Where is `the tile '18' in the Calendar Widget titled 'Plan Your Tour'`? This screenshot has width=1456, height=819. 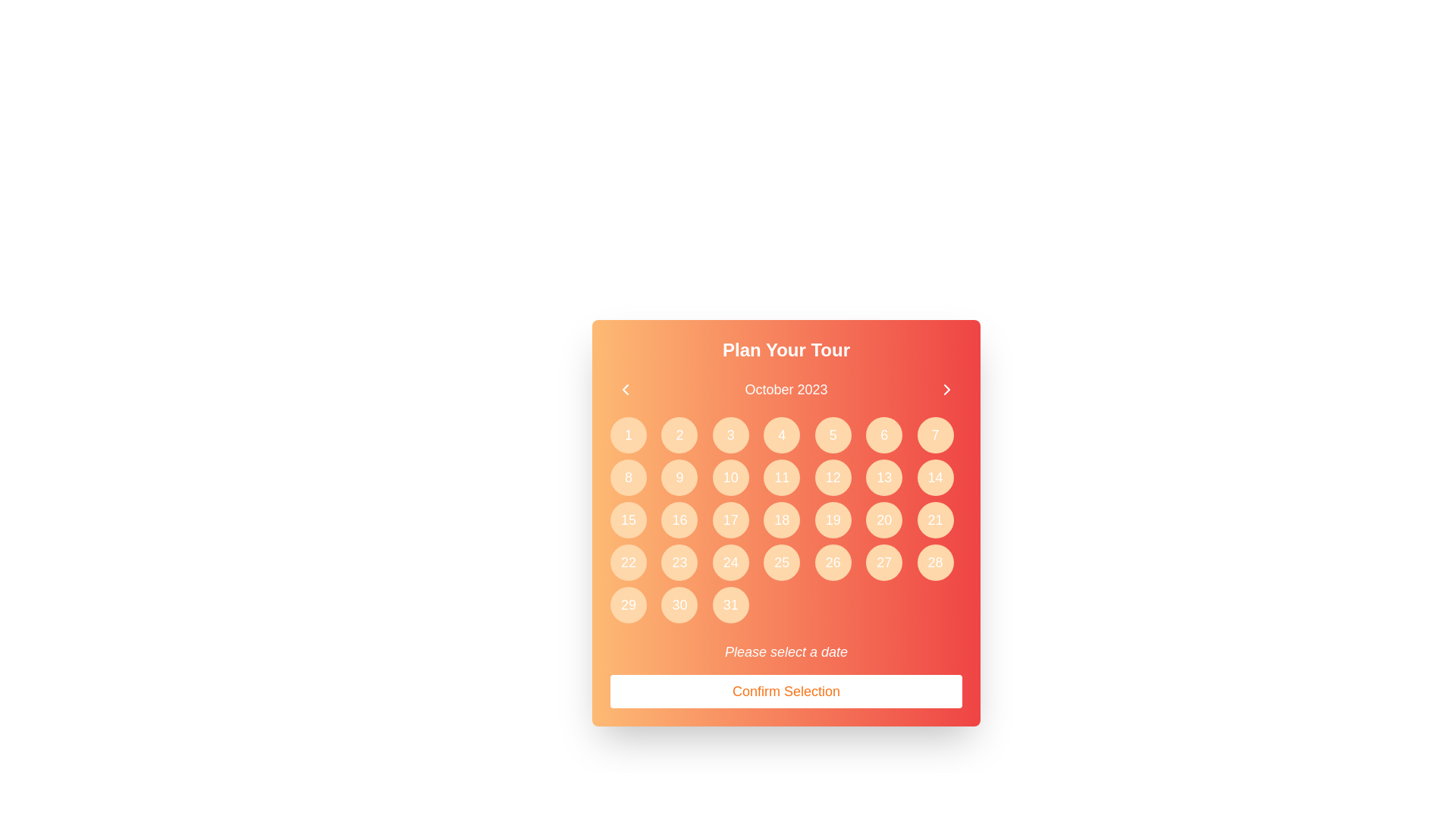 the tile '18' in the Calendar Widget titled 'Plan Your Tour' is located at coordinates (786, 522).